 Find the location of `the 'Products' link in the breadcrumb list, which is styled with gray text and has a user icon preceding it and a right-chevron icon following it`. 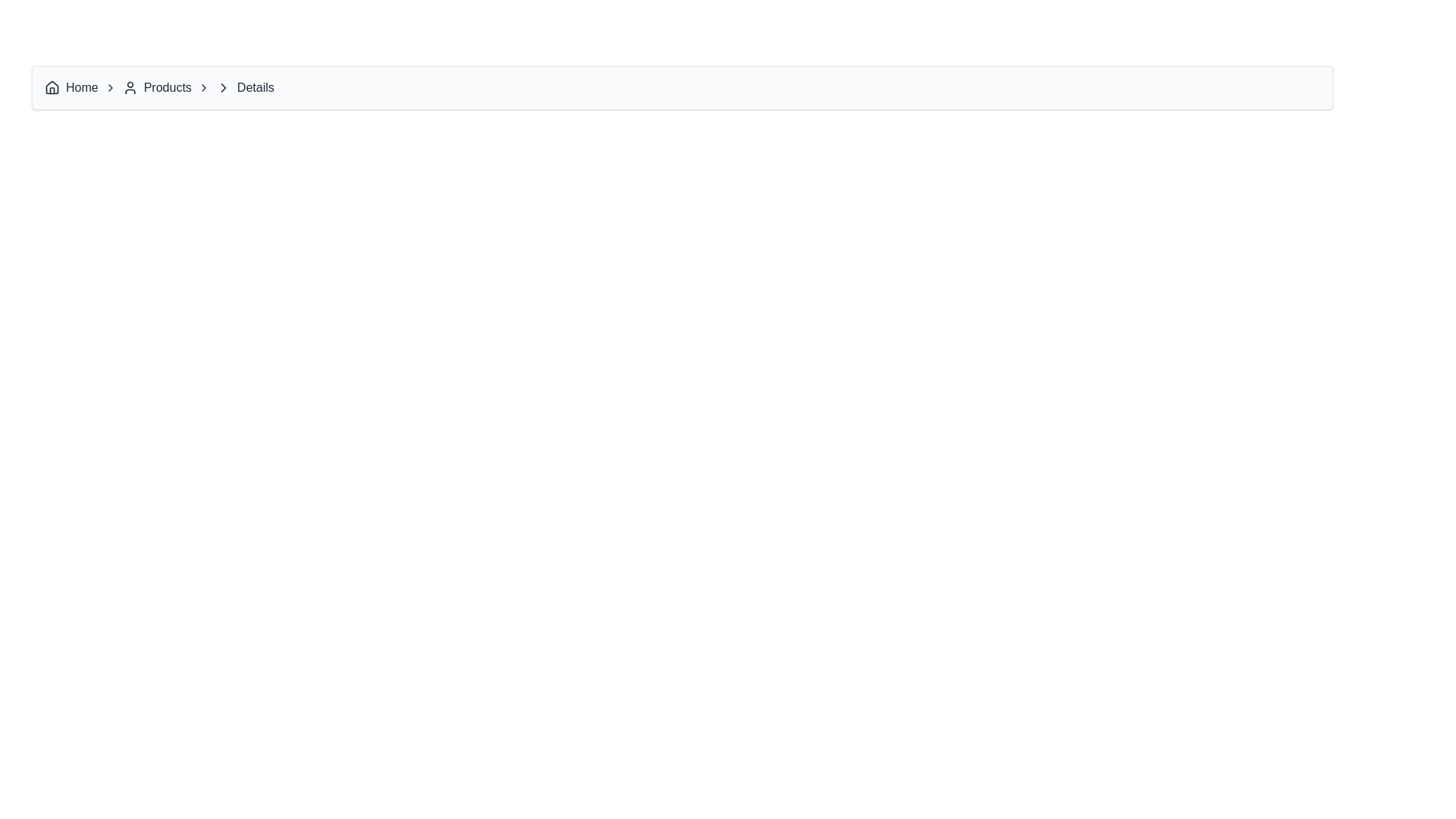

the 'Products' link in the breadcrumb list, which is styled with gray text and has a user icon preceding it and a right-chevron icon following it is located at coordinates (166, 87).